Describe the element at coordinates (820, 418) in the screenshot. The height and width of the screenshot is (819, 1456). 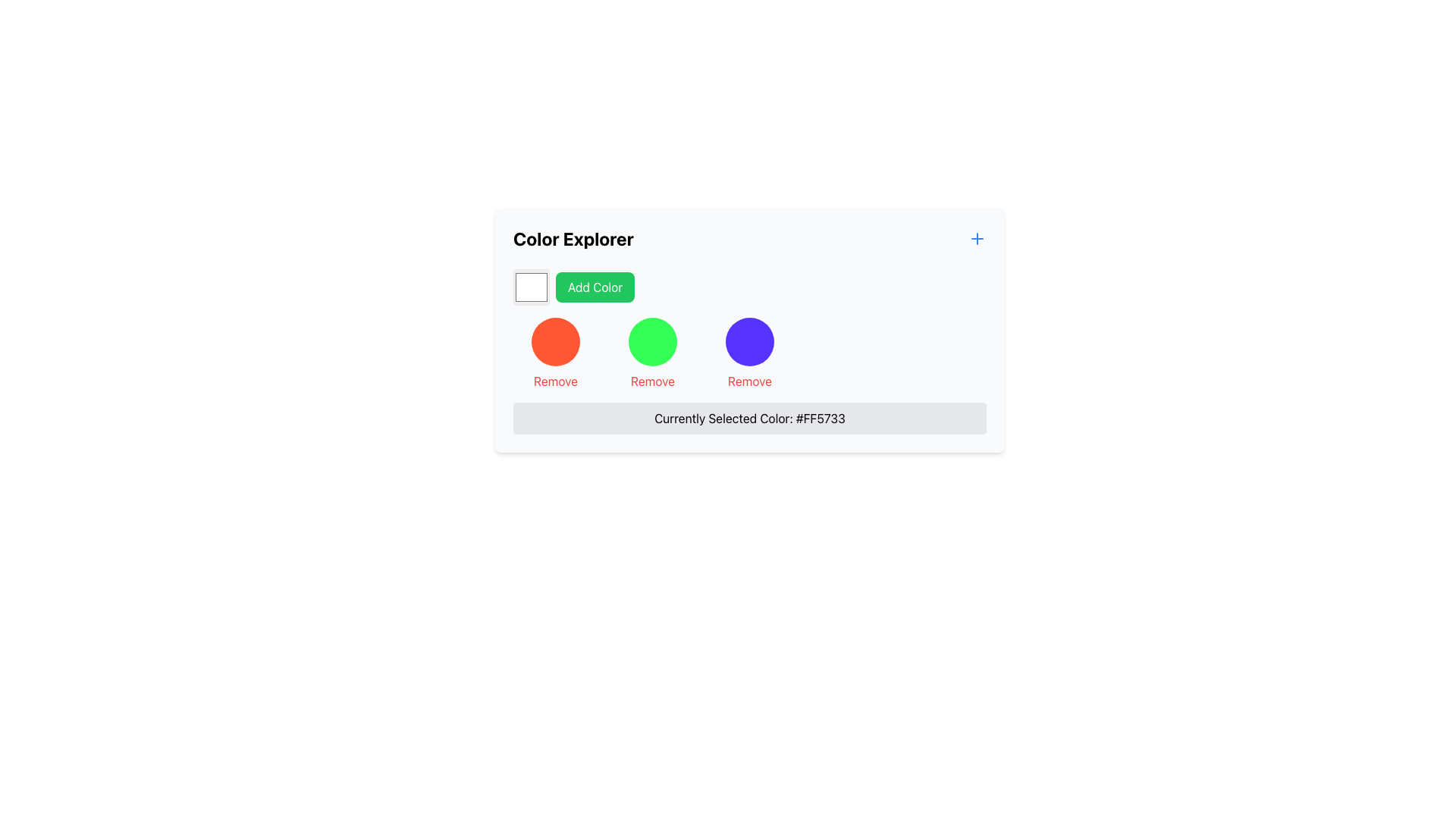
I see `the text label displaying the currently selected color in hexadecimal format, which is located inside a gray bar at the bottom of the interface, right after the label 'Currently Selected Color:'` at that location.